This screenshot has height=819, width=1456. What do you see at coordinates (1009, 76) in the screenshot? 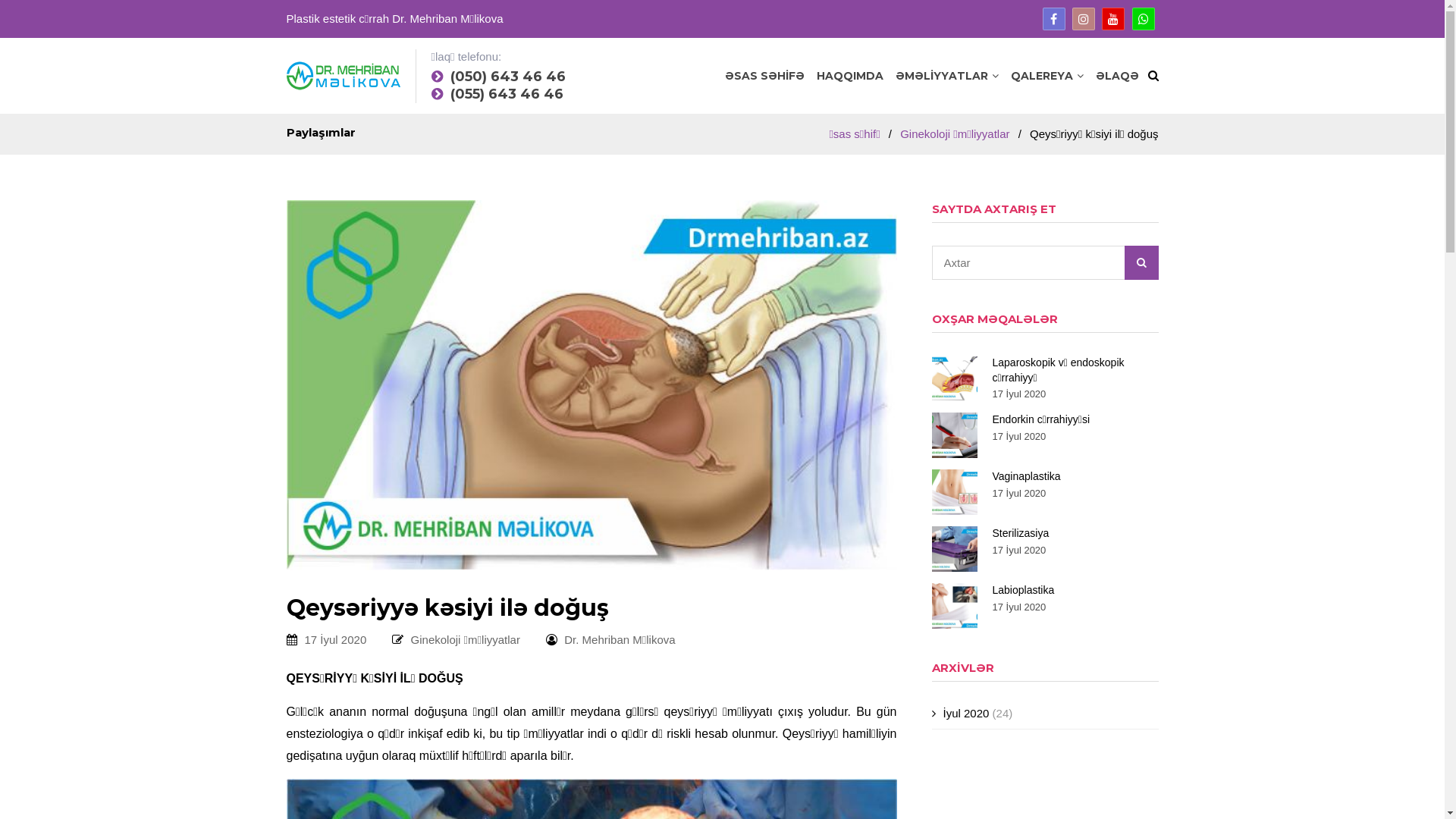
I see `'QALEREYA'` at bounding box center [1009, 76].